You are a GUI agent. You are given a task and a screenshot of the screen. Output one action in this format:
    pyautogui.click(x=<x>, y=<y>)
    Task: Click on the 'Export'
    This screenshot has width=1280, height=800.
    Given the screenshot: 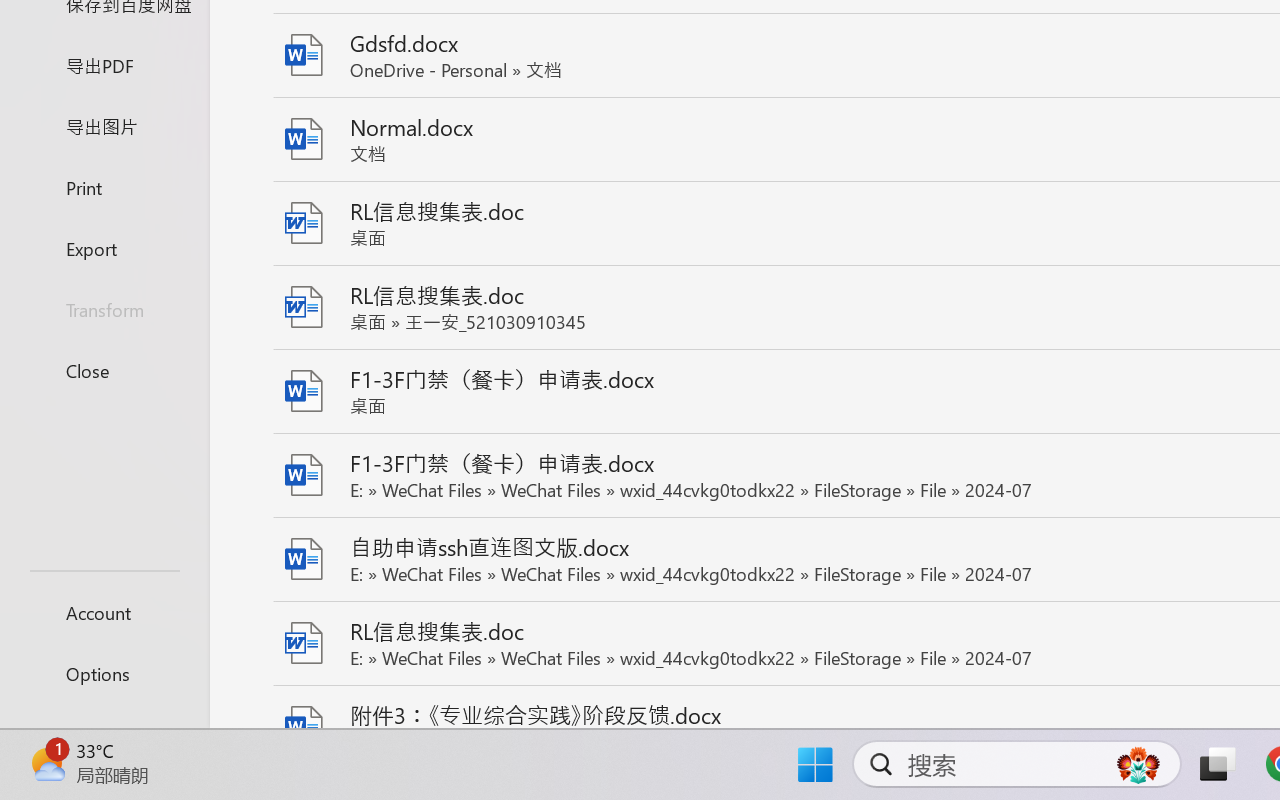 What is the action you would take?
    pyautogui.click(x=103, y=247)
    